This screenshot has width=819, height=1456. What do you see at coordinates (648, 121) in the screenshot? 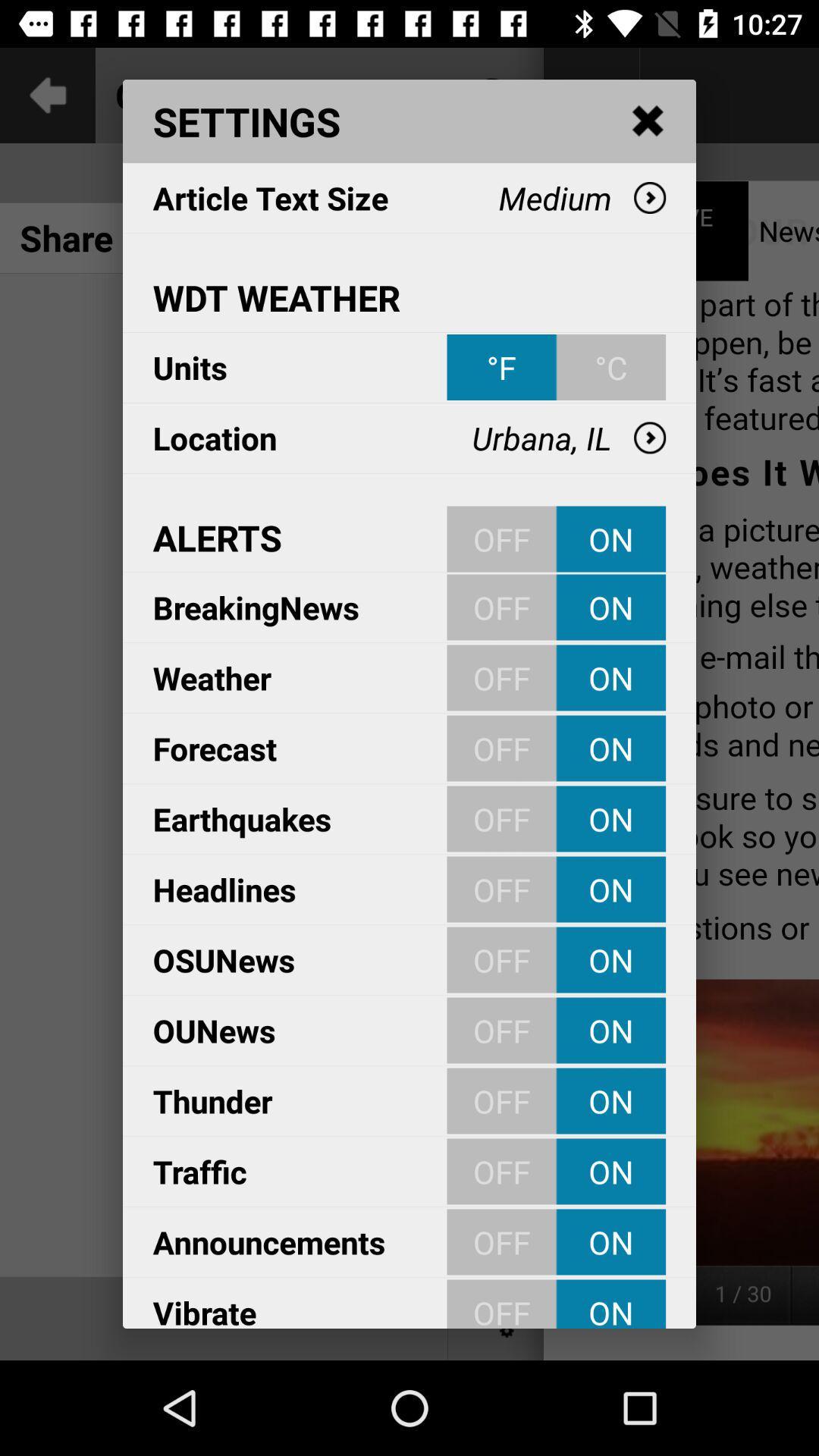
I see `close` at bounding box center [648, 121].